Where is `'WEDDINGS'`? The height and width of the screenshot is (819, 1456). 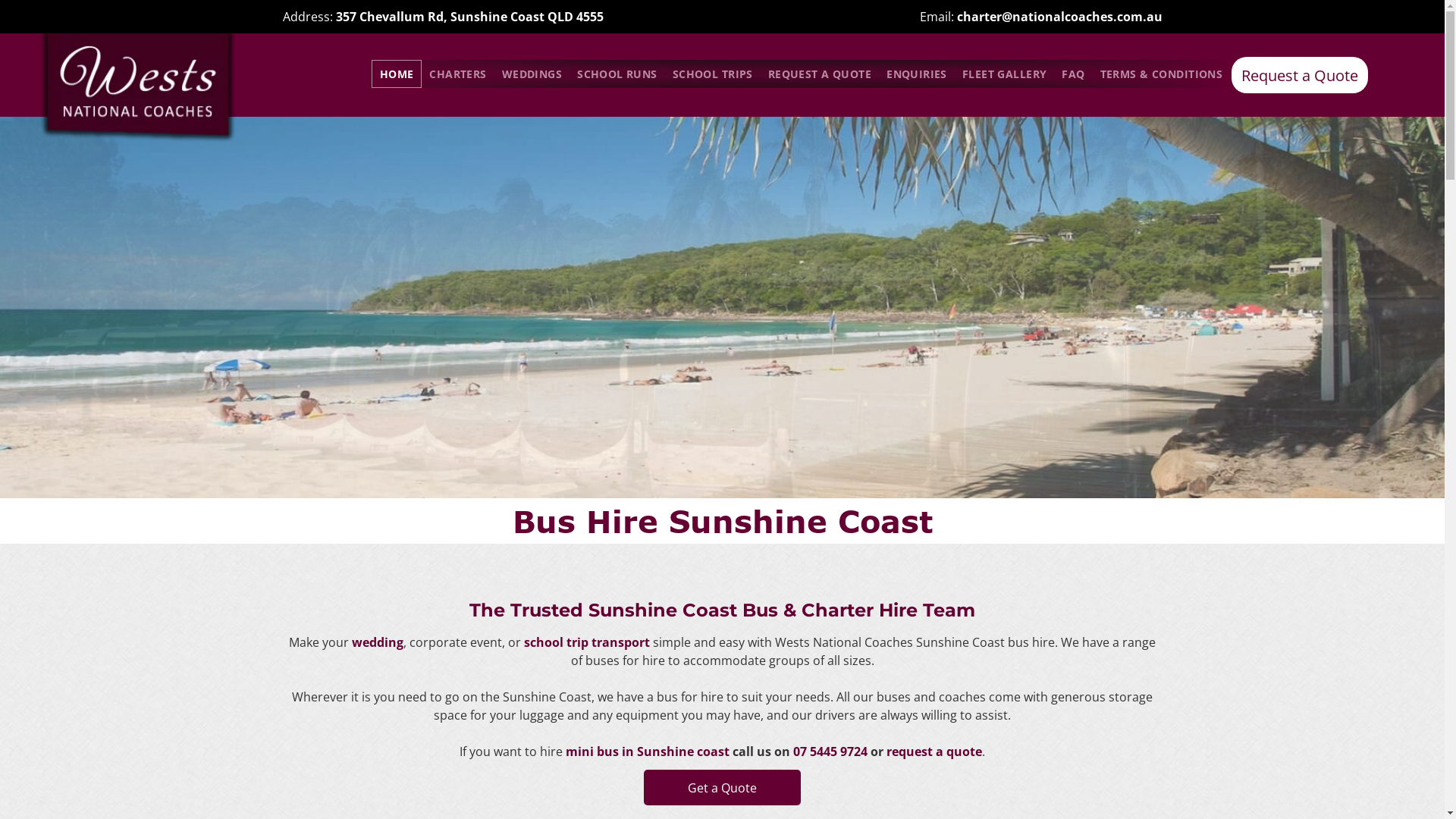
'WEDDINGS' is located at coordinates (532, 74).